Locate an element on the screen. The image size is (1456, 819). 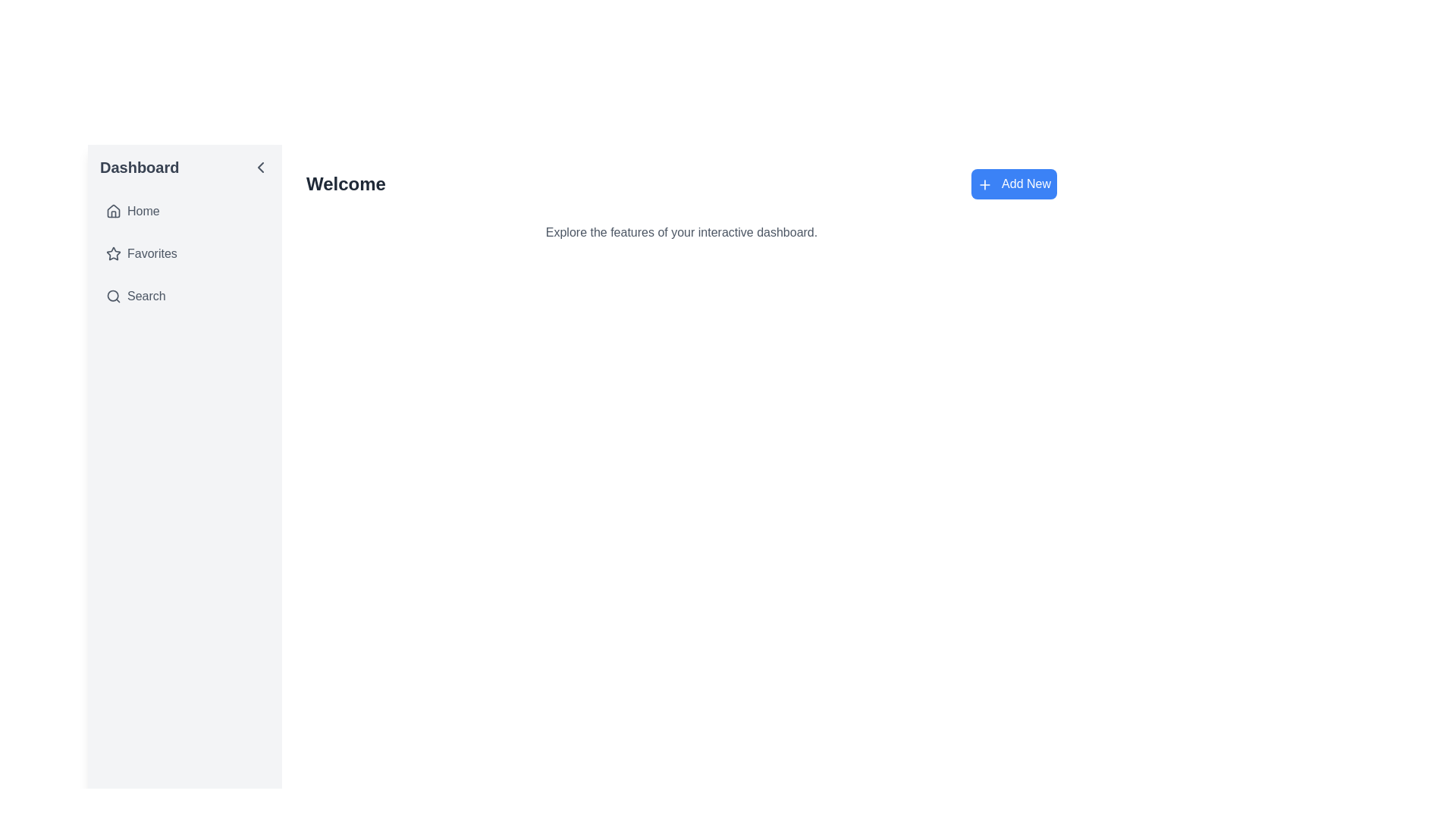
text label indicating the 'Favorites' menu item in the vertical navigation menu, which is located below the 'Home' item and above the 'Search' item is located at coordinates (152, 253).